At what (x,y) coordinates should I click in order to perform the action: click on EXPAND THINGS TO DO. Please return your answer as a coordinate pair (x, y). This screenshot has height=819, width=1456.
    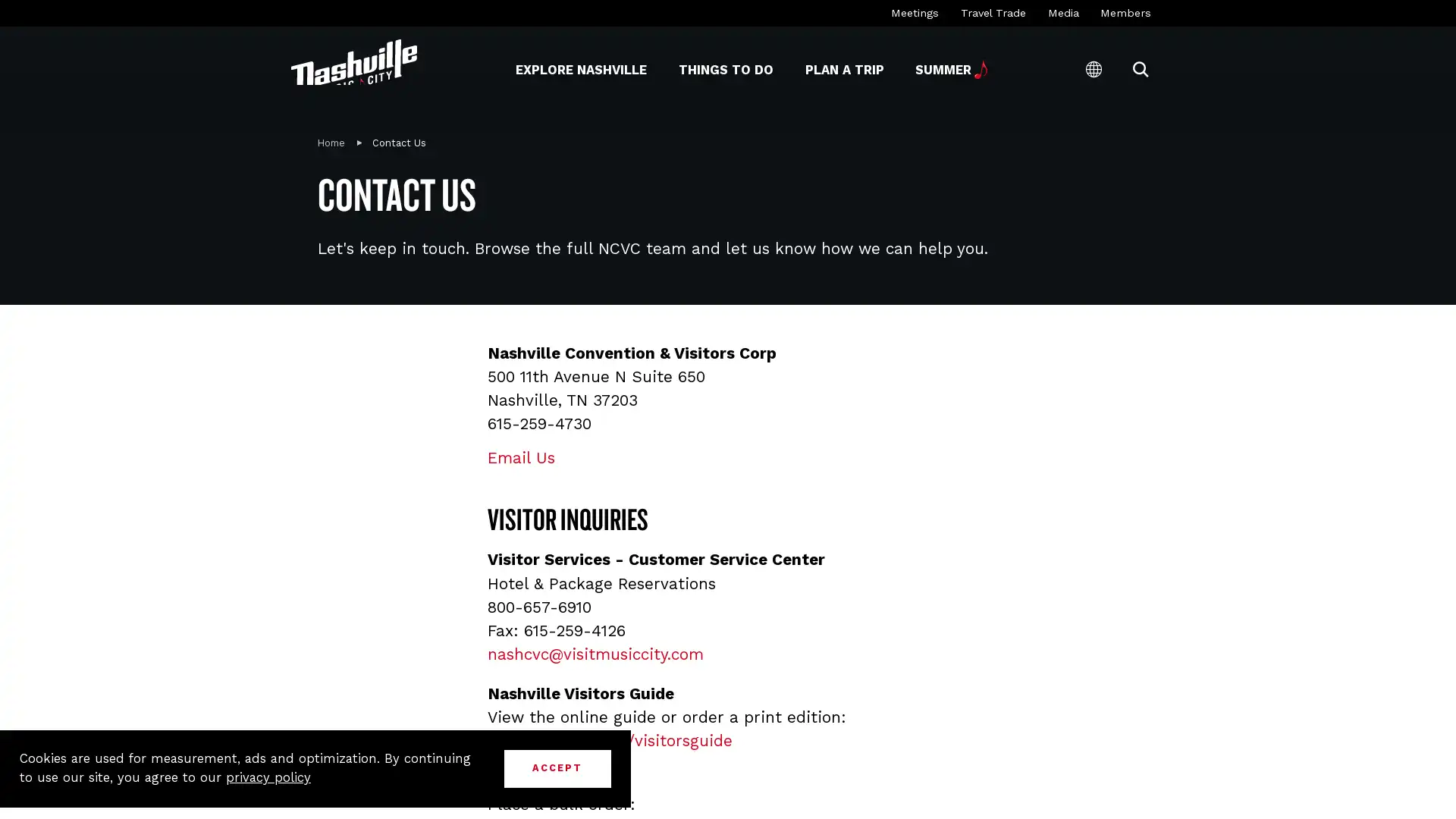
    Looking at the image, I should click on (677, 69).